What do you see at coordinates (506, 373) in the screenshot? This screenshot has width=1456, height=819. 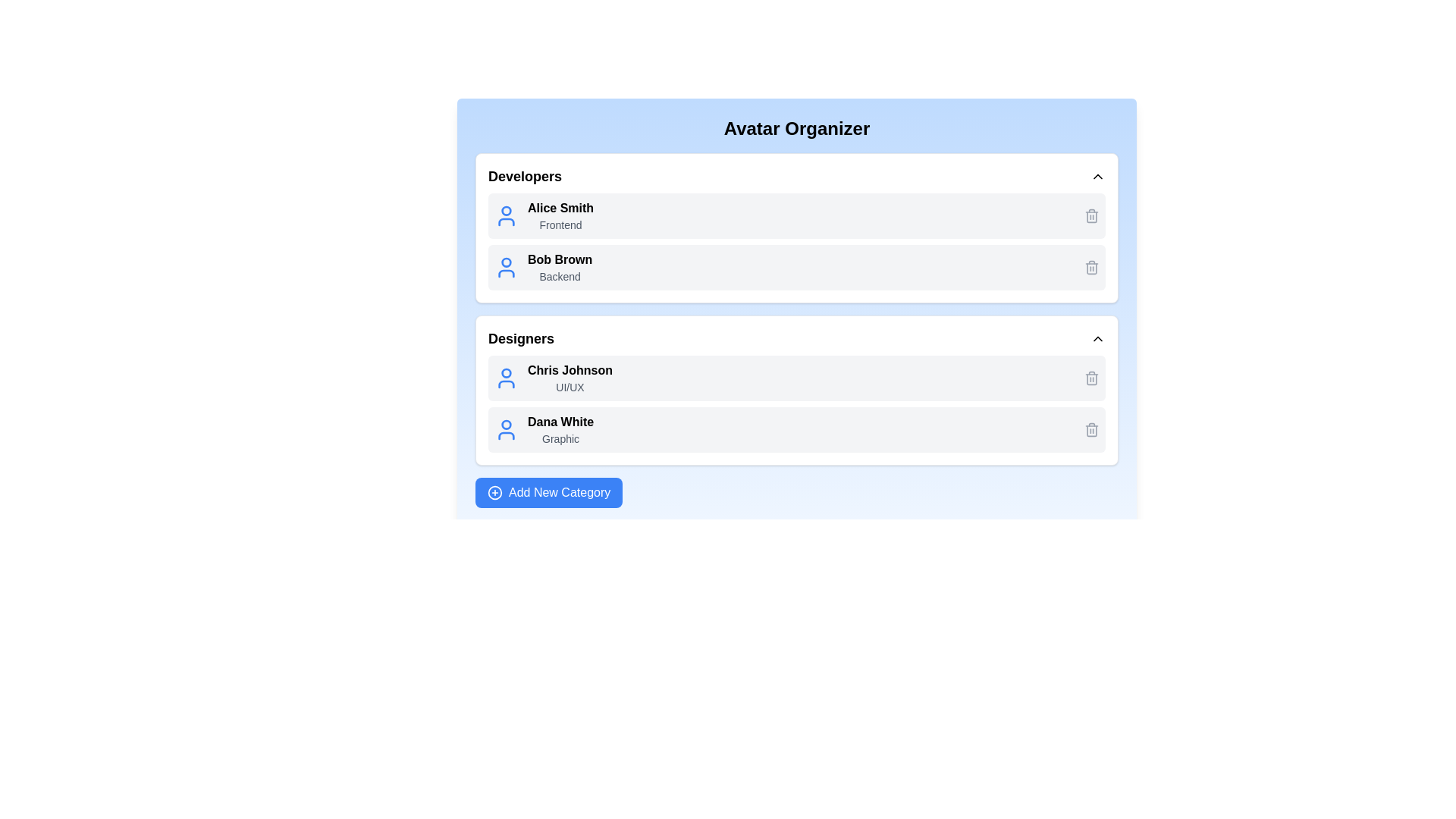 I see `the circular SVG element representing the head of the avatar icon in the 'Chris Johnson UI/UX' profile in the 'Designers' section` at bounding box center [506, 373].